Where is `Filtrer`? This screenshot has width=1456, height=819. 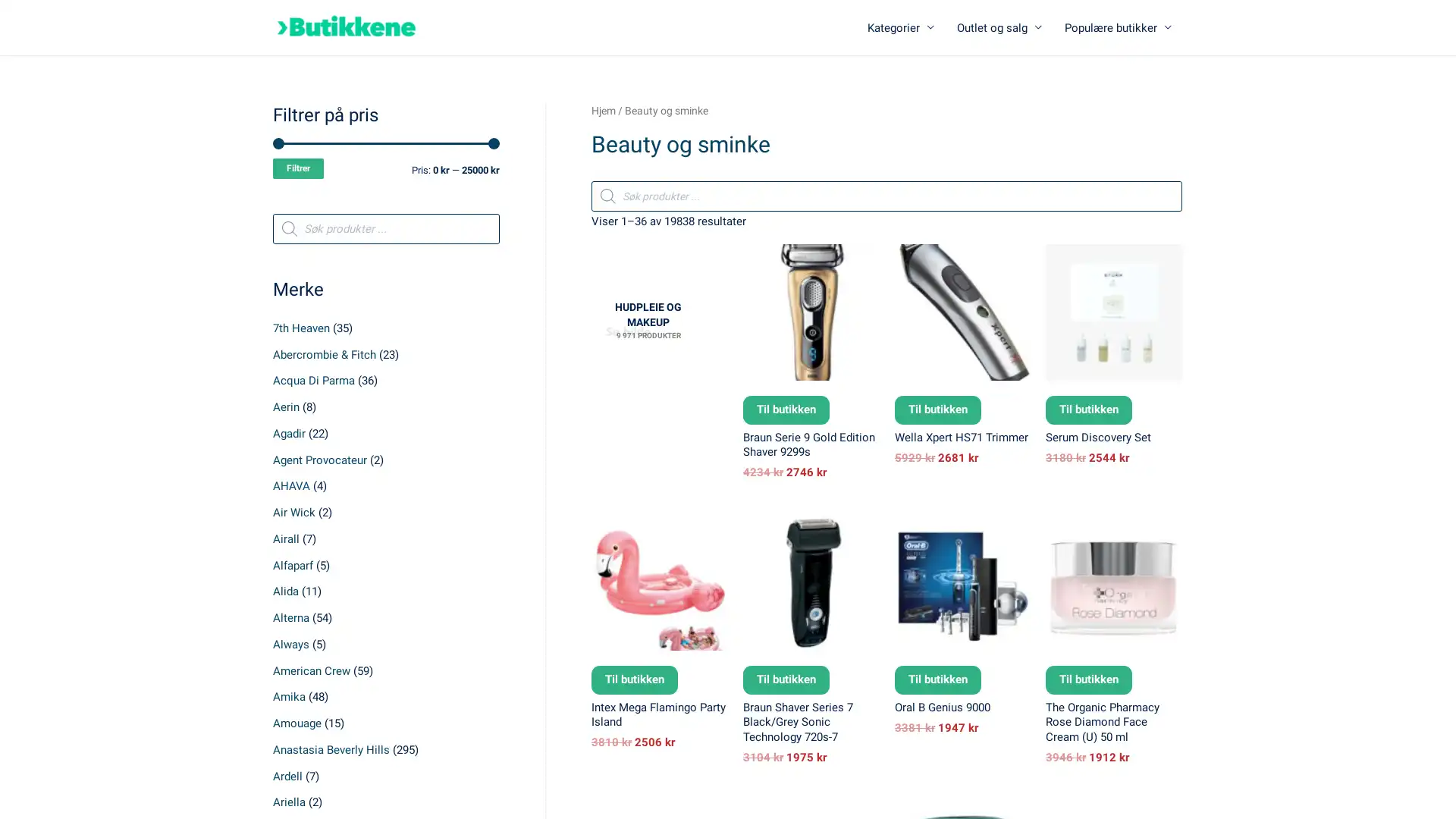
Filtrer is located at coordinates (298, 168).